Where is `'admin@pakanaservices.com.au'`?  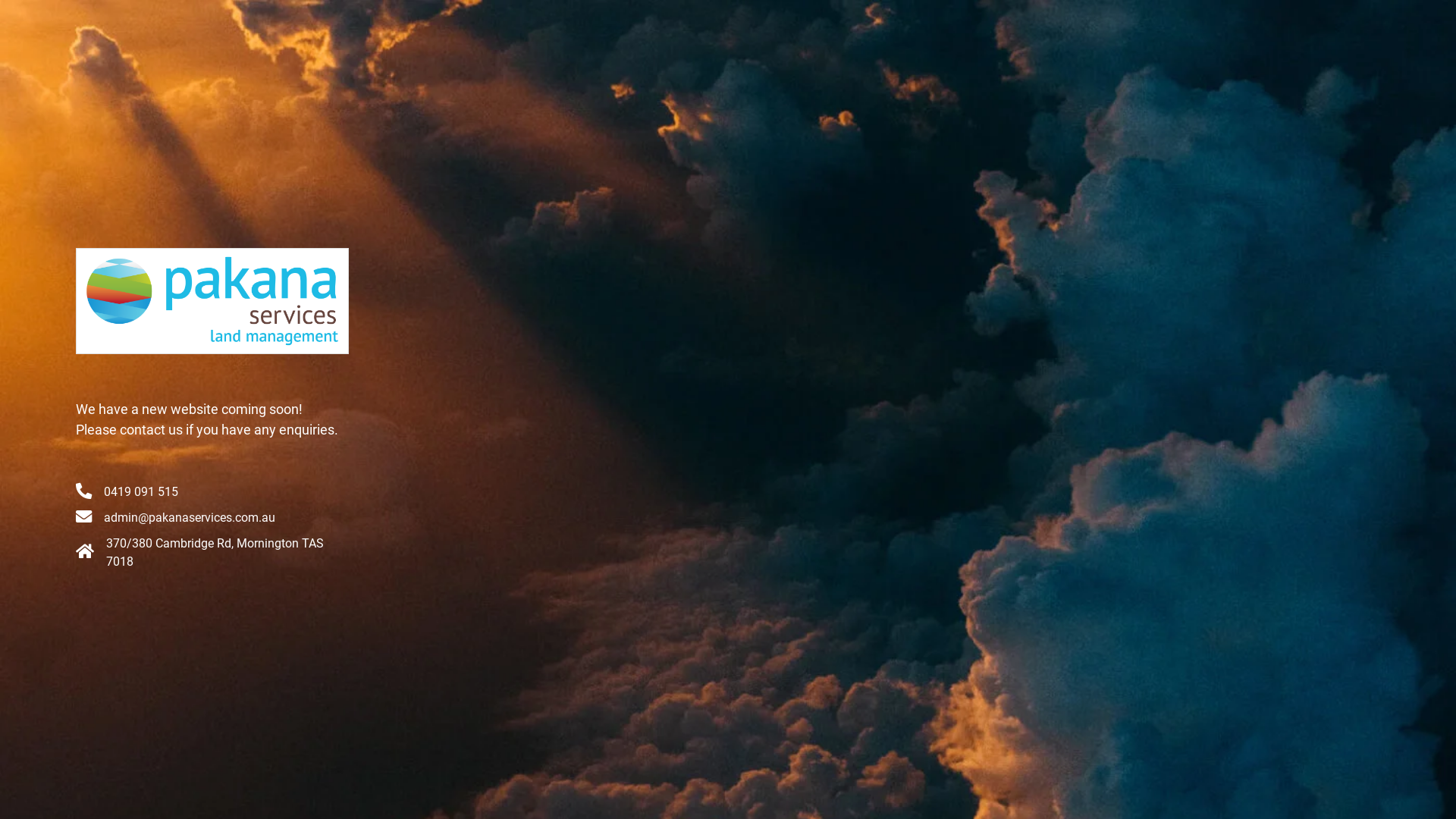
'admin@pakanaservices.com.au' is located at coordinates (188, 516).